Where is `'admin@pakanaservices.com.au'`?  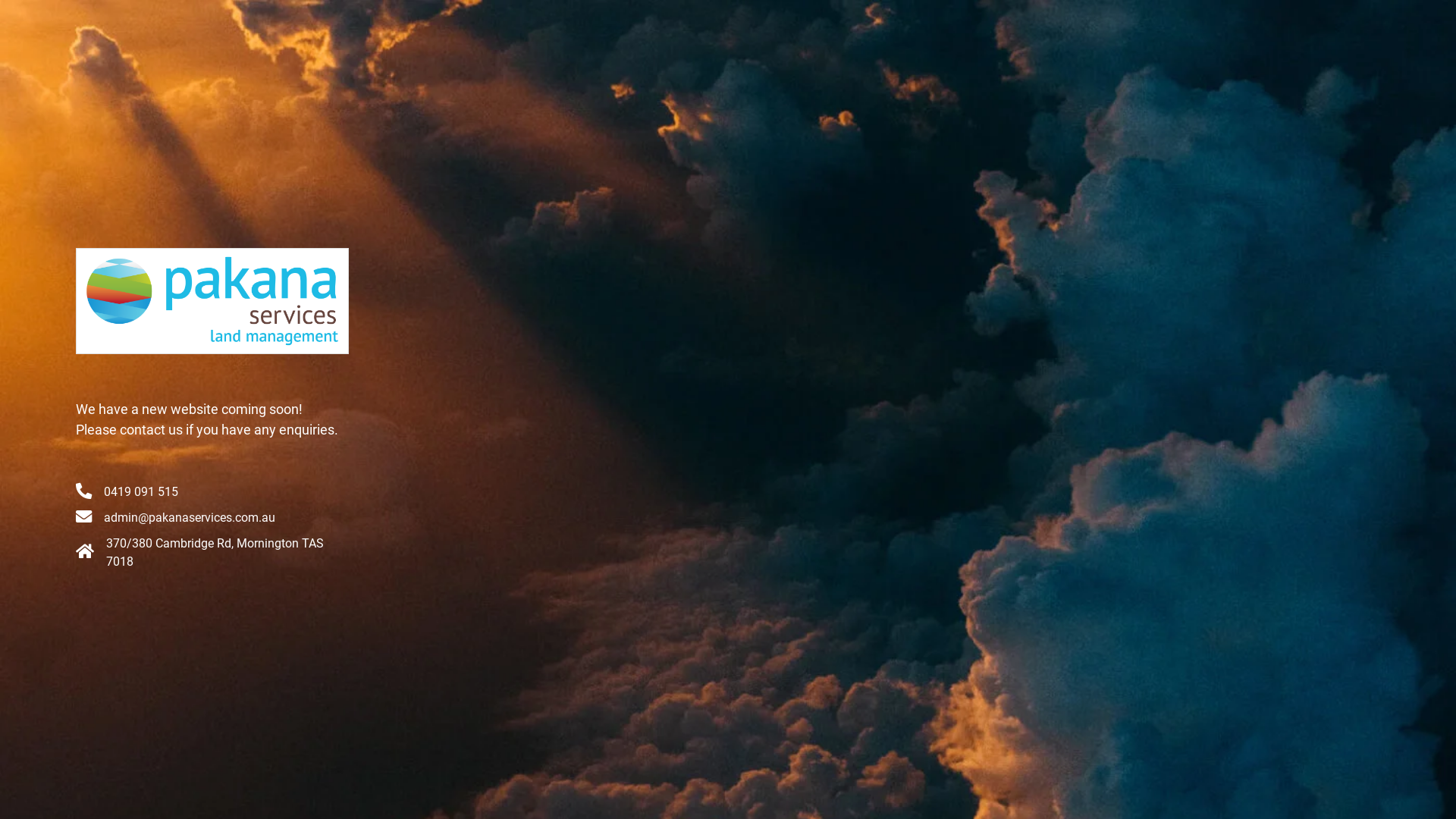
'admin@pakanaservices.com.au' is located at coordinates (188, 516).